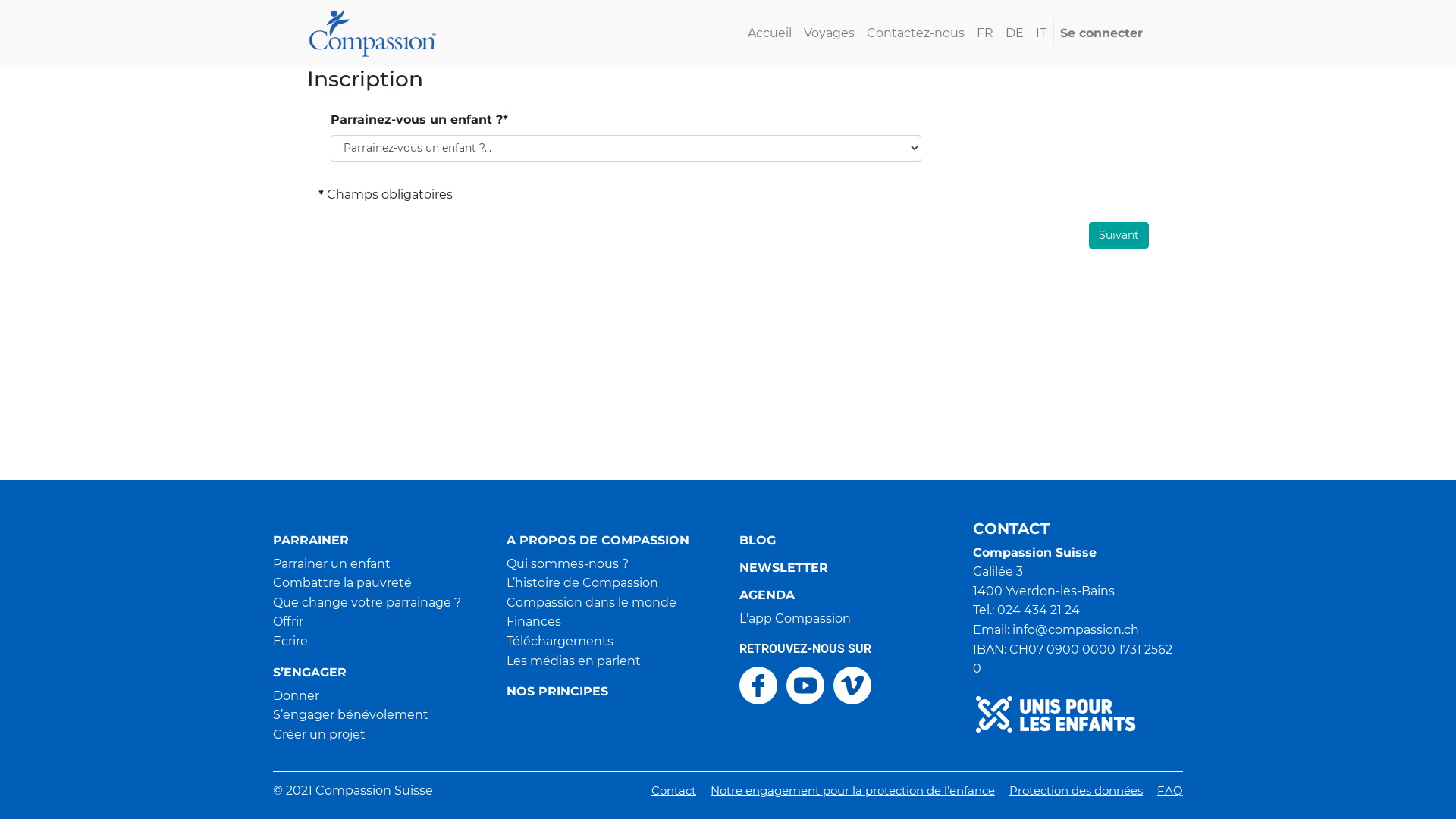 Image resolution: width=1456 pixels, height=819 pixels. What do you see at coordinates (1074, 629) in the screenshot?
I see `'info@compassion.ch'` at bounding box center [1074, 629].